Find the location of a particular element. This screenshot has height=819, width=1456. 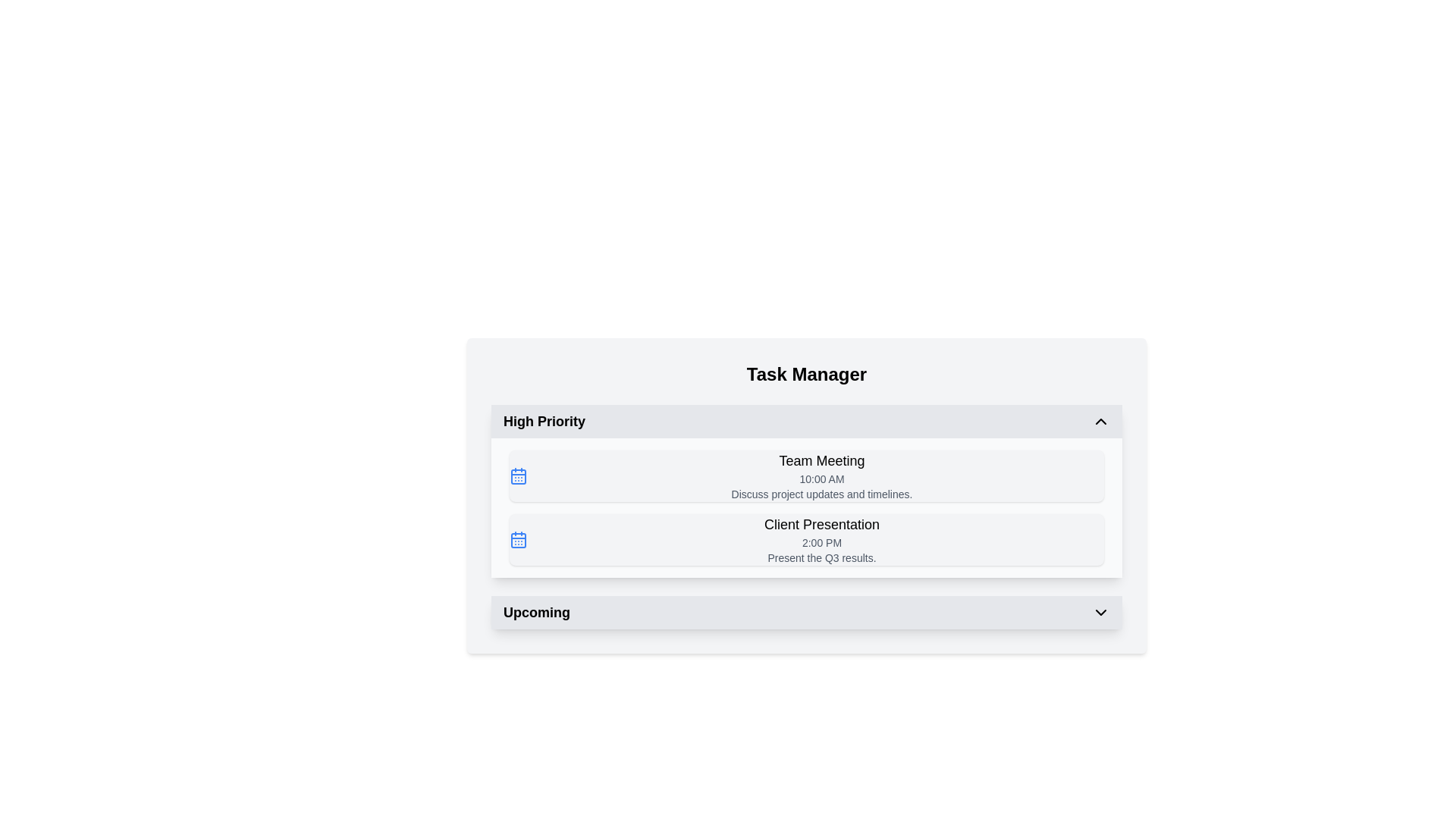

the downward-pointing chevron icon button located at the far-right side of the 'Upcoming' section is located at coordinates (1100, 611).